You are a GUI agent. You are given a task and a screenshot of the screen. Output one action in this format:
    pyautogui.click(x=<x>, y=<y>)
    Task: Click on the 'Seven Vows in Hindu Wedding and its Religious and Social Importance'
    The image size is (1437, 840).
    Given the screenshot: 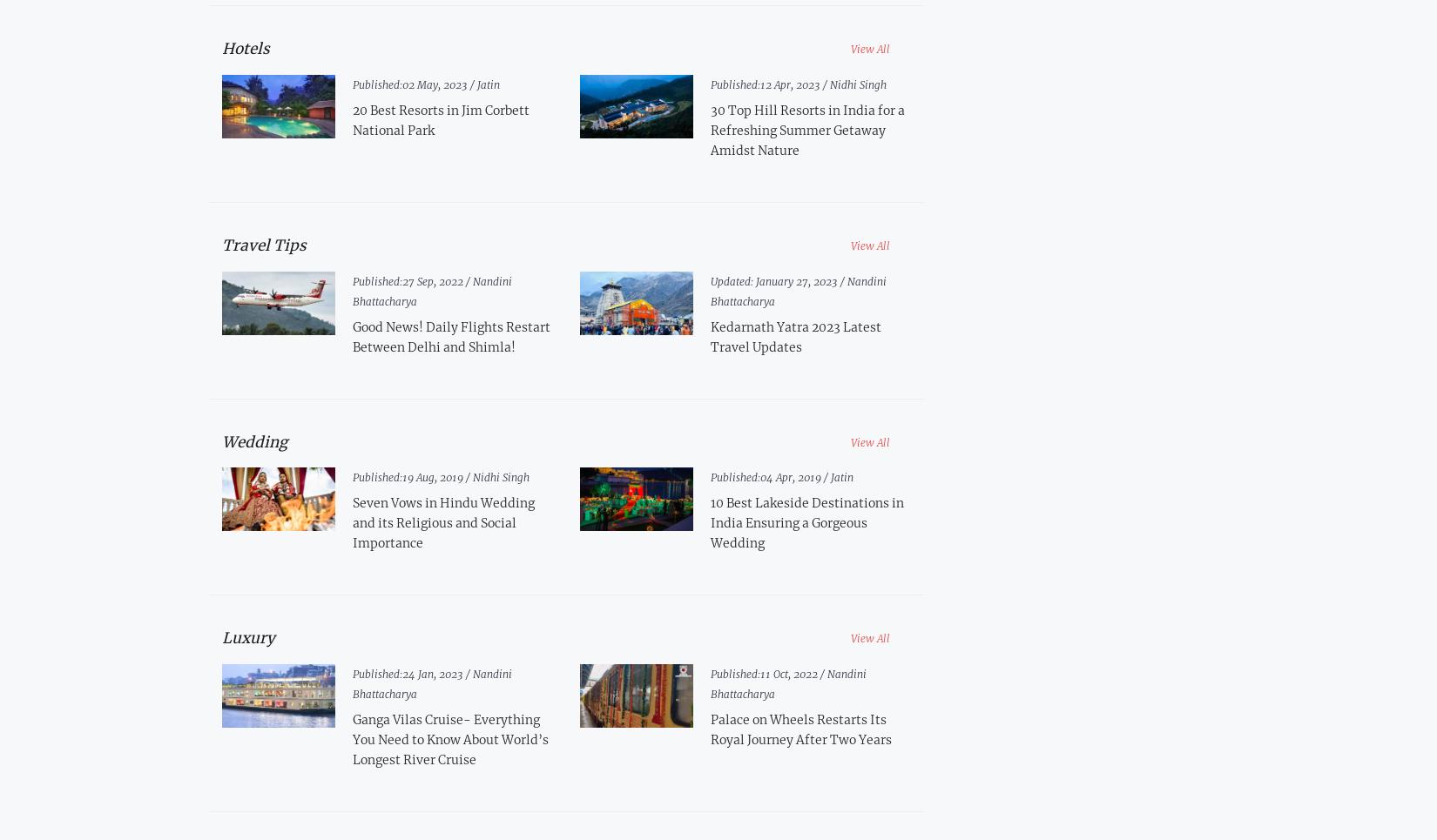 What is the action you would take?
    pyautogui.click(x=351, y=522)
    